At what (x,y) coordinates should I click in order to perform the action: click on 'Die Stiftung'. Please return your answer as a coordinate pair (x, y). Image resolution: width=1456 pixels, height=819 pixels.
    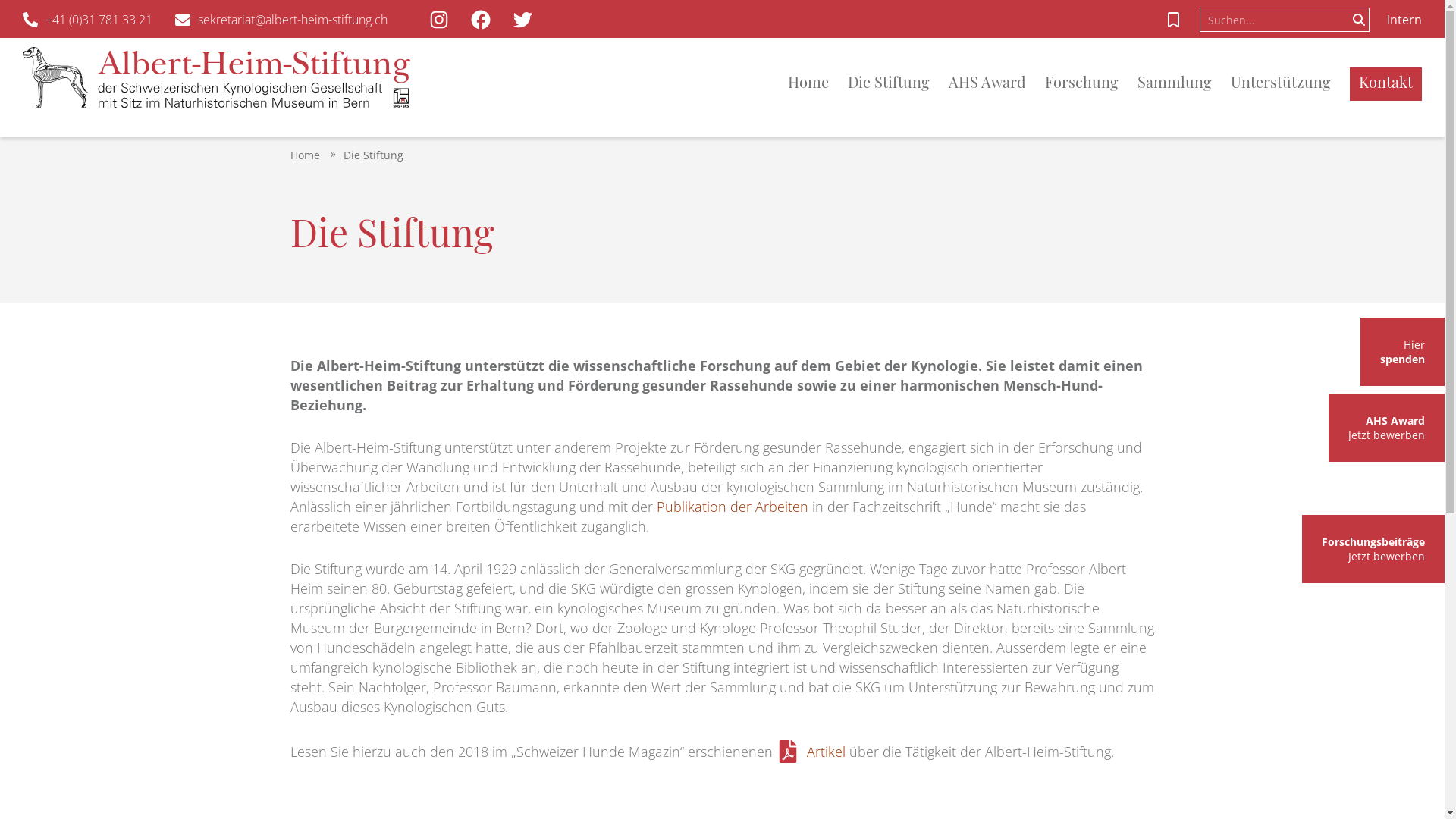
    Looking at the image, I should click on (372, 155).